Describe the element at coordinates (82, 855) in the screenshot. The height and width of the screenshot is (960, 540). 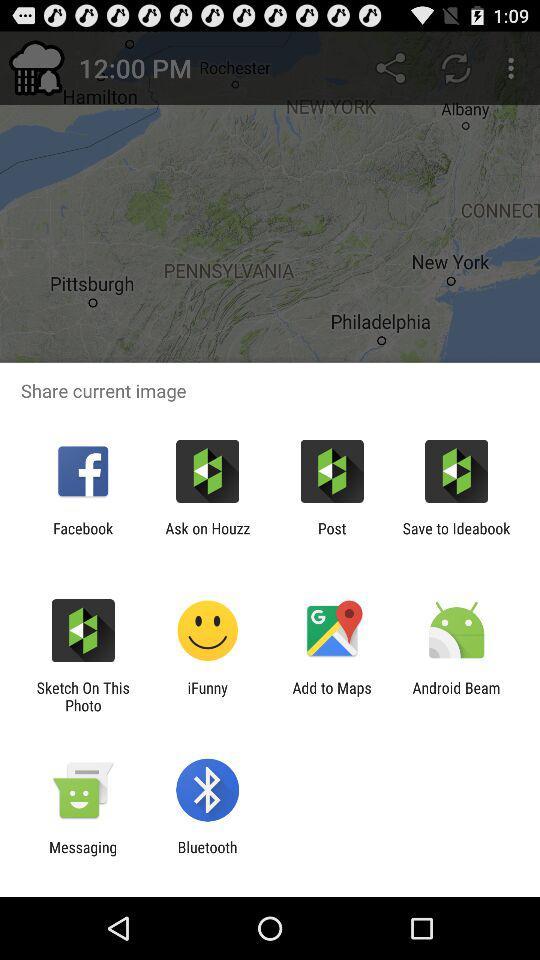
I see `the item to the left of bluetooth item` at that location.